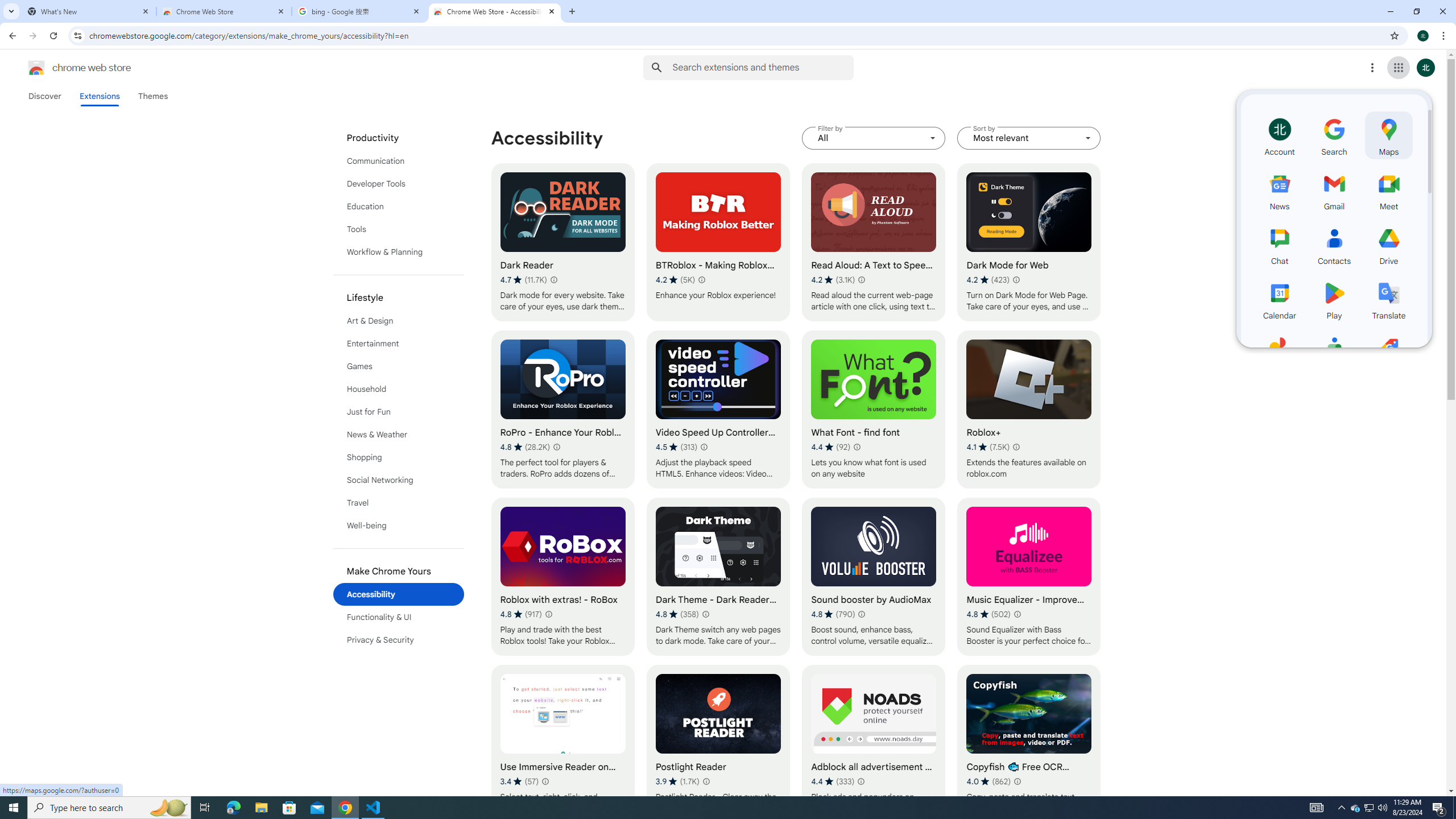 This screenshot has height=819, width=1456. I want to click on 'Average rating 3.9 out of 5 stars. 1.7K ratings.', so click(677, 780).